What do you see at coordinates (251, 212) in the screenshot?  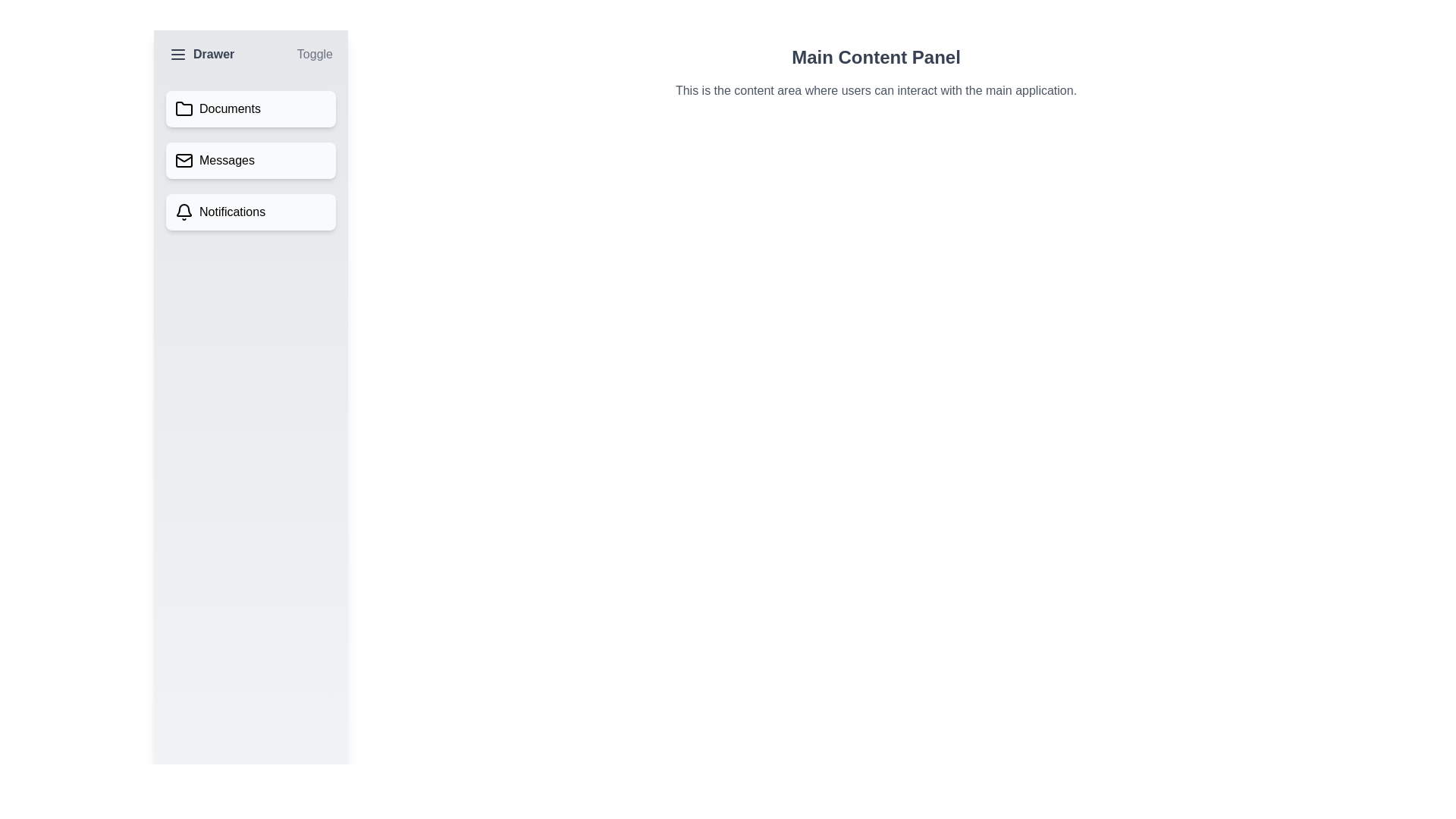 I see `the 'Notifications' button` at bounding box center [251, 212].